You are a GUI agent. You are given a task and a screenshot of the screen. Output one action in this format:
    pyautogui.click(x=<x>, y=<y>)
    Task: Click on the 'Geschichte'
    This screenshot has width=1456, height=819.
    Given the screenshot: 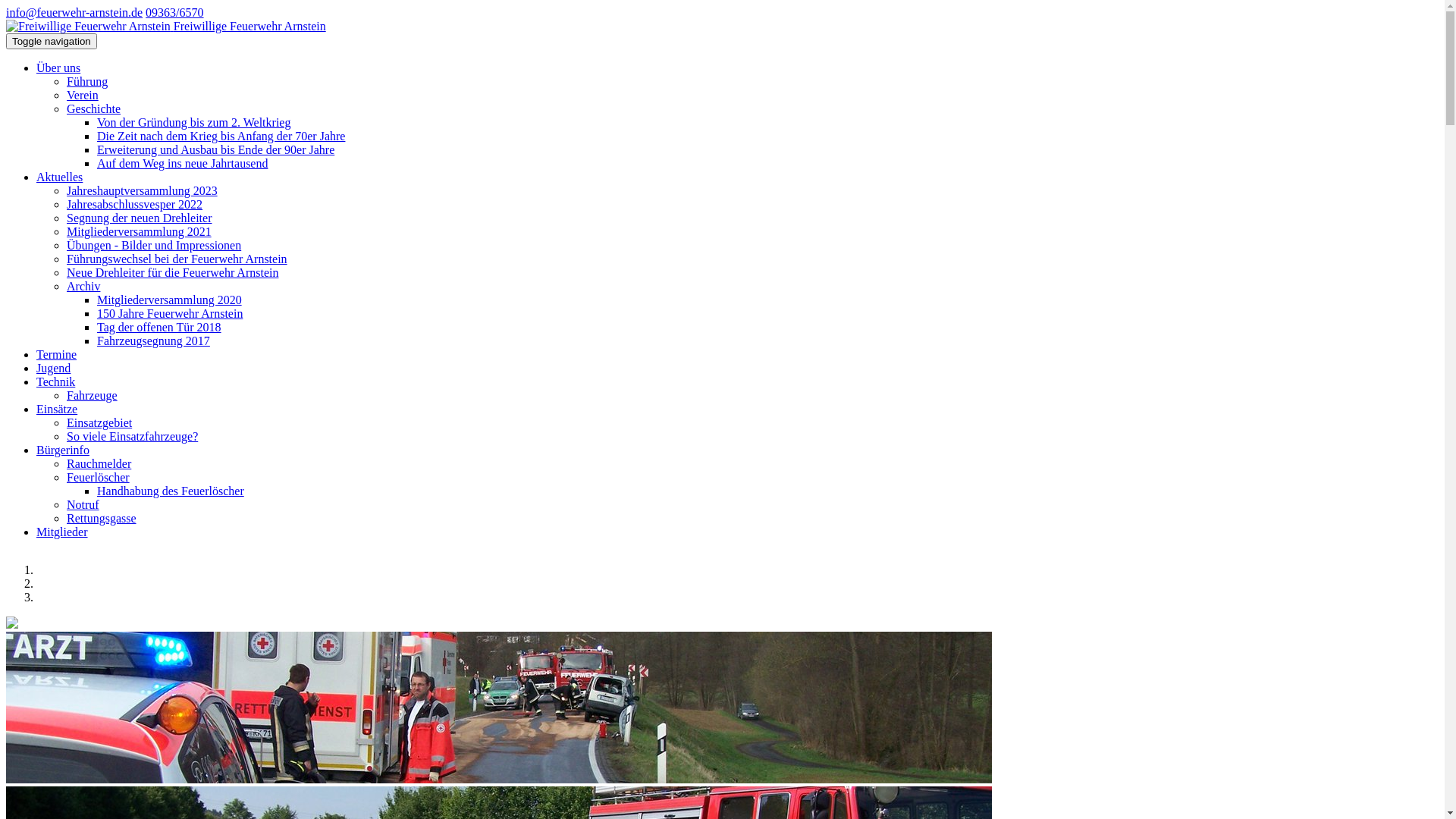 What is the action you would take?
    pyautogui.click(x=93, y=108)
    